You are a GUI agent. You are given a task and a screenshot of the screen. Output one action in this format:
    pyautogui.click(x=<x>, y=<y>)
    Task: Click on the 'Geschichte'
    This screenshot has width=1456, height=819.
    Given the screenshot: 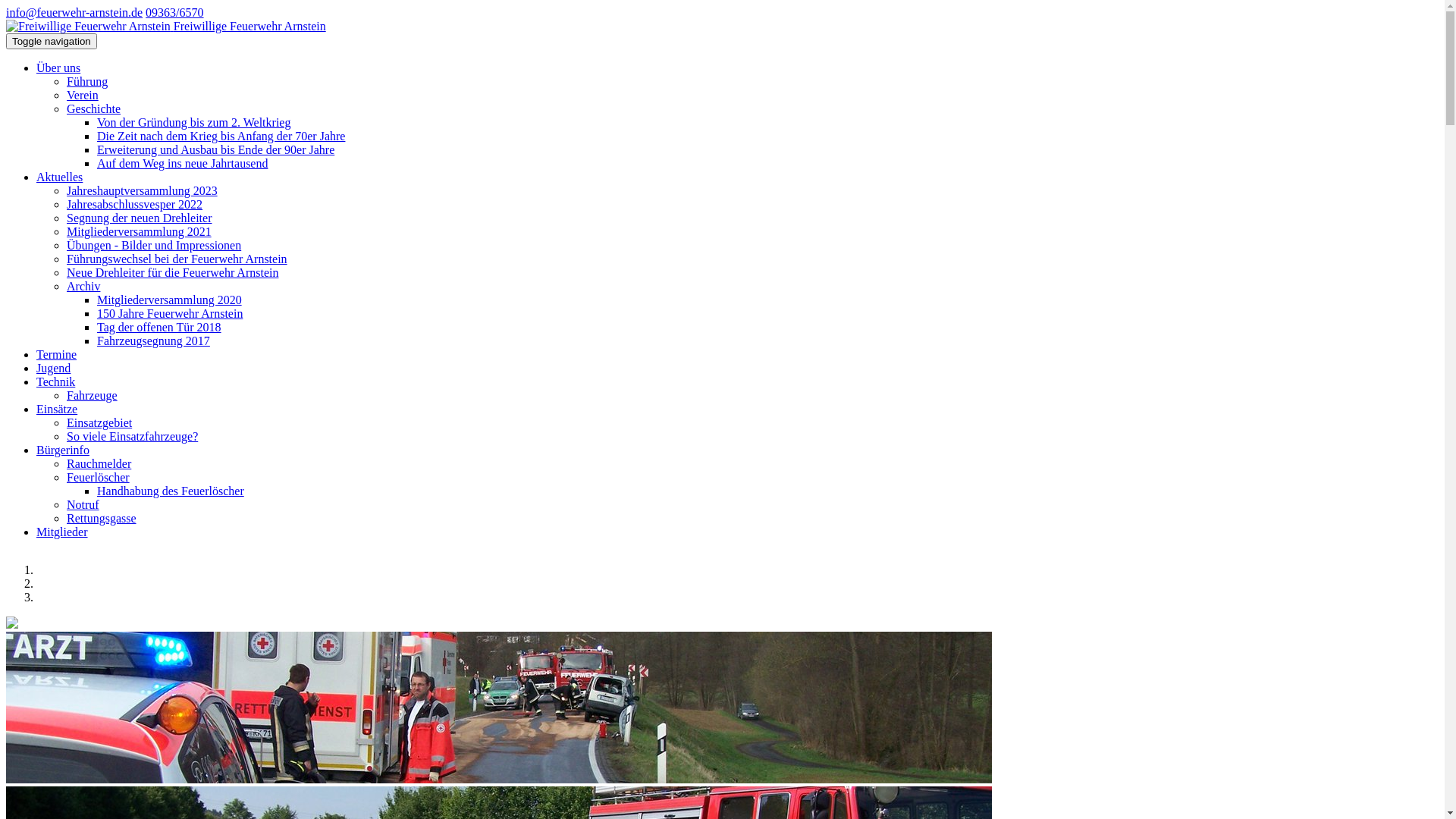 What is the action you would take?
    pyautogui.click(x=93, y=108)
    